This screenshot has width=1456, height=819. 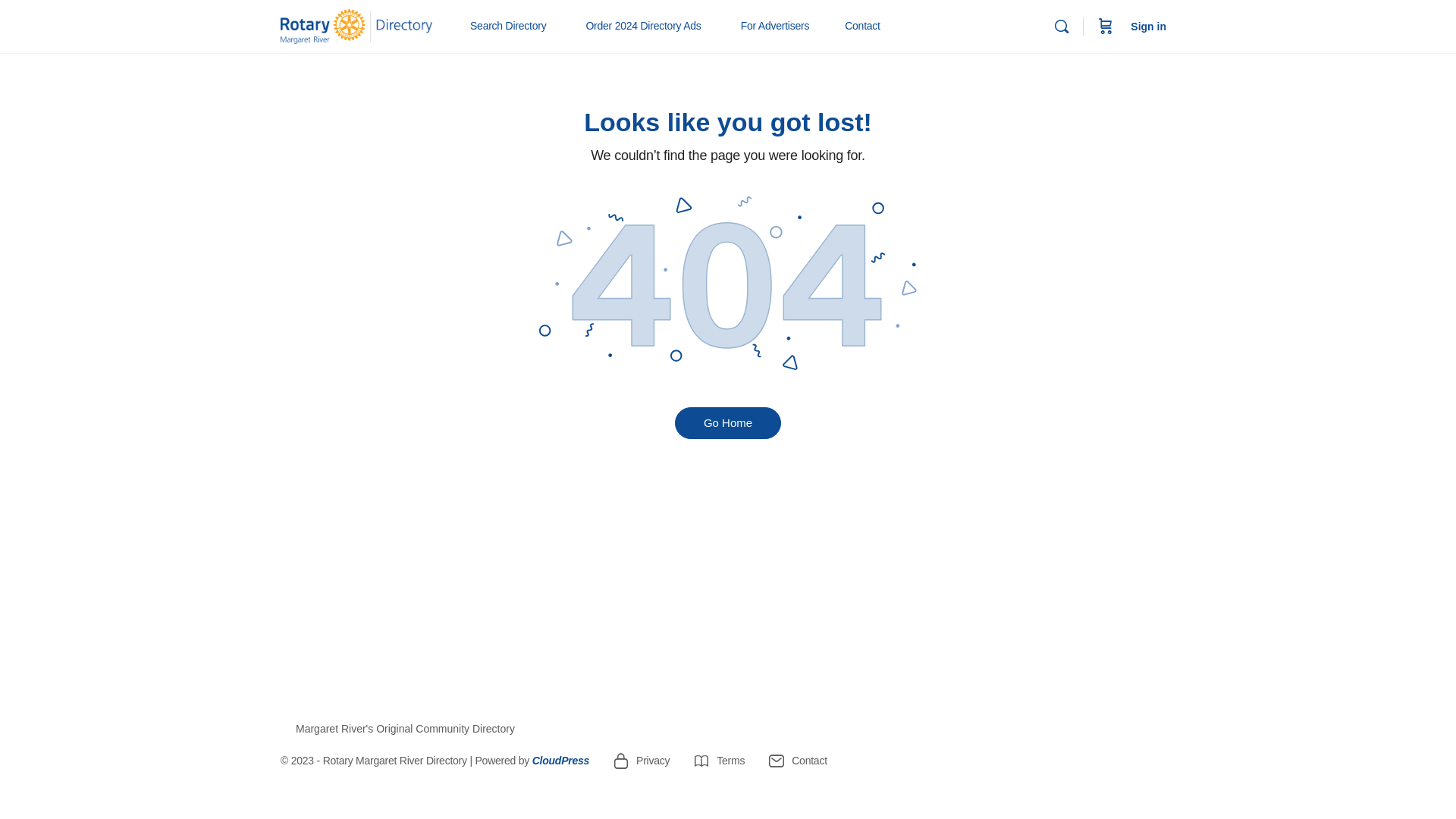 I want to click on 'Order 2024 Directory Ads', so click(x=577, y=26).